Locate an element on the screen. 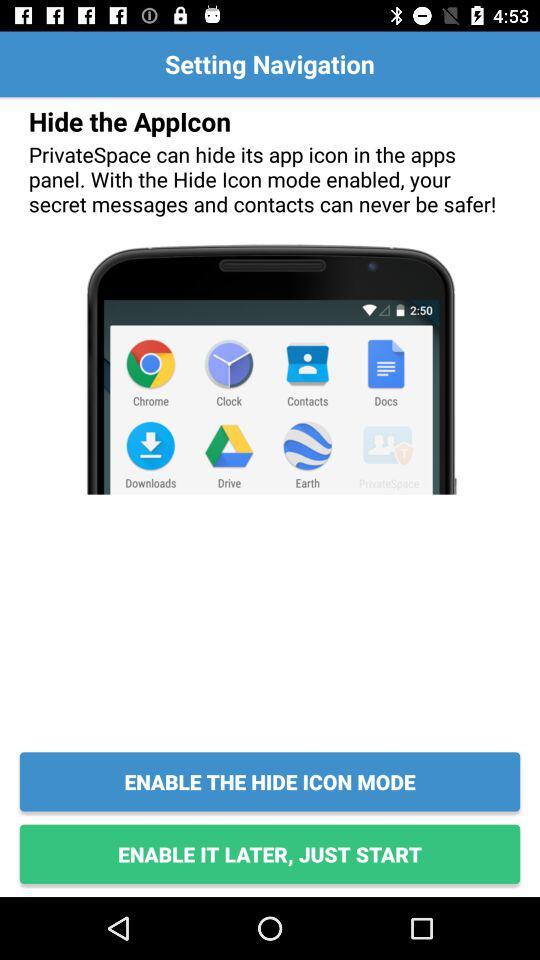 The image size is (540, 960). the enable it later icon is located at coordinates (270, 853).